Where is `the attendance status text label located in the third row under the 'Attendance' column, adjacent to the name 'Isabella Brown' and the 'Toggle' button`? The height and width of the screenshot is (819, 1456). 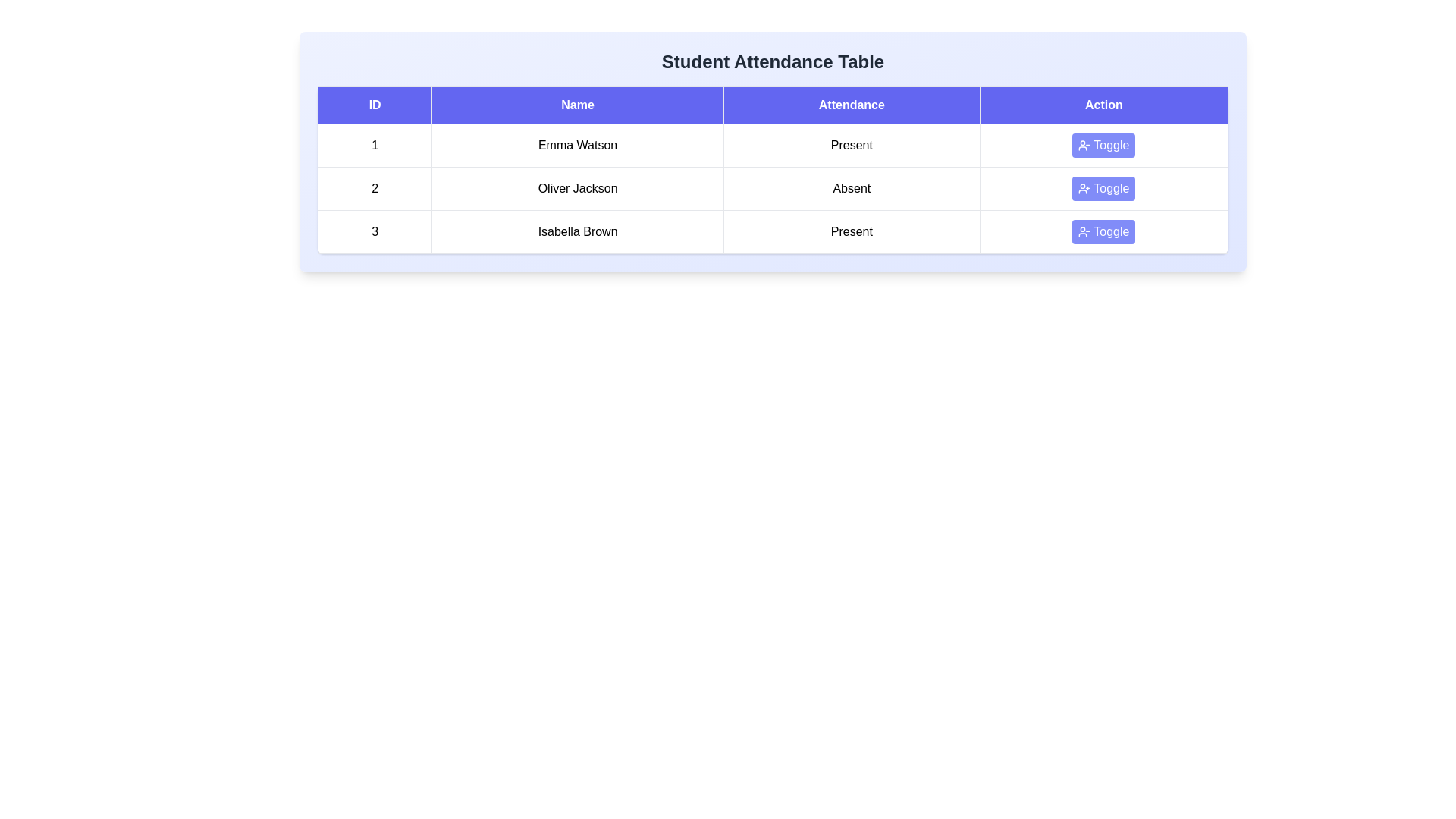 the attendance status text label located in the third row under the 'Attendance' column, adjacent to the name 'Isabella Brown' and the 'Toggle' button is located at coordinates (852, 231).